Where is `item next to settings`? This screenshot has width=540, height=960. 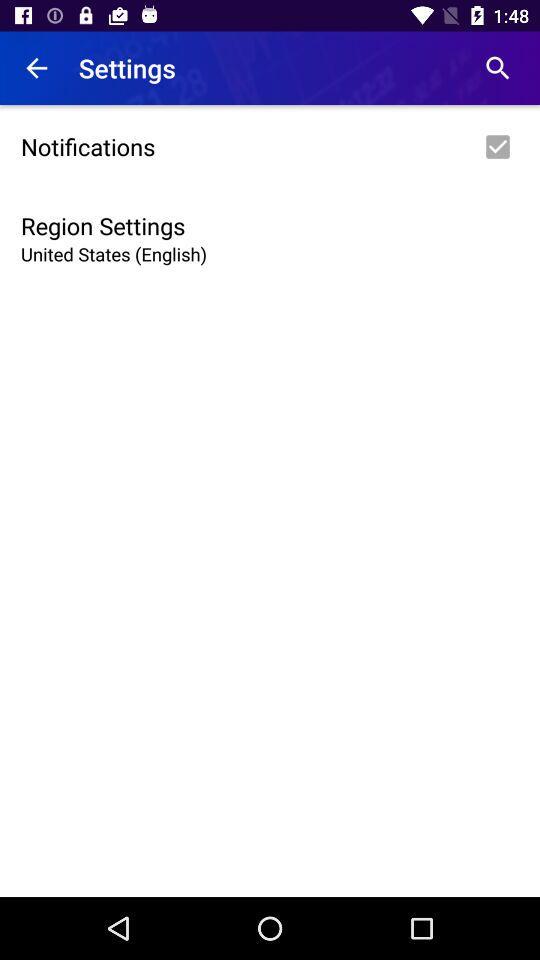 item next to settings is located at coordinates (496, 68).